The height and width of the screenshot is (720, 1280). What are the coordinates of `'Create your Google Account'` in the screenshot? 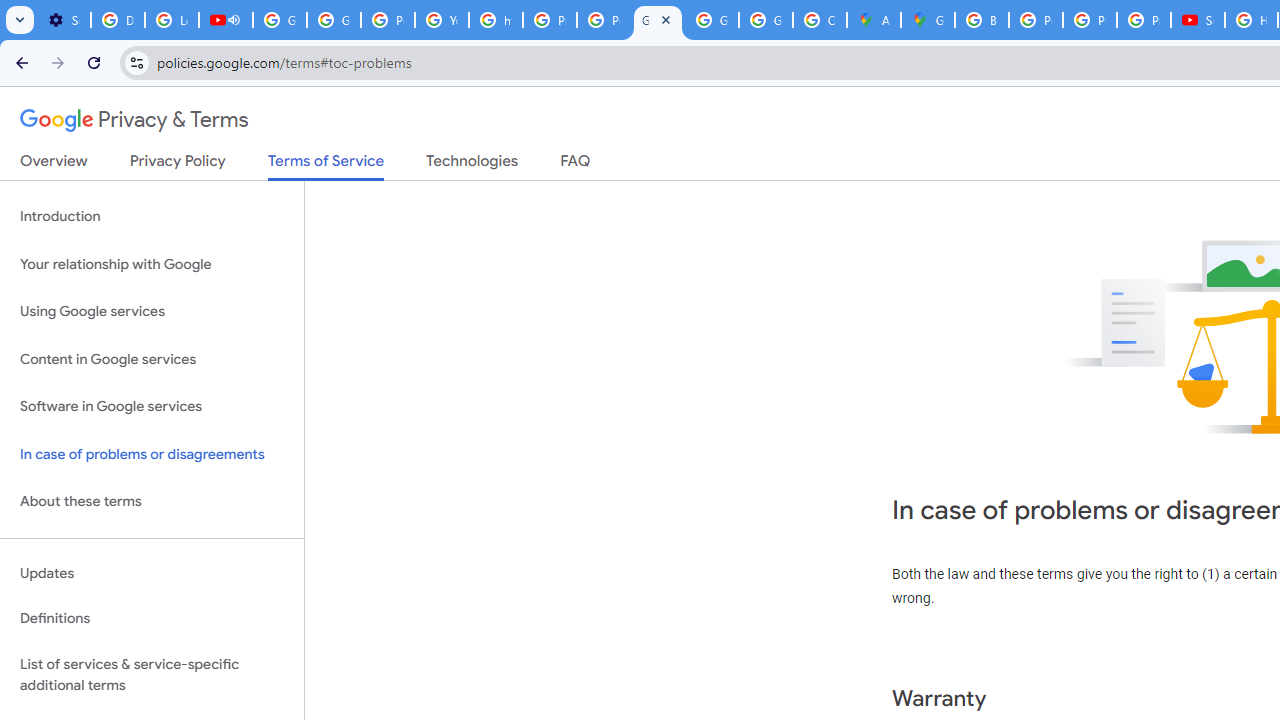 It's located at (819, 20).